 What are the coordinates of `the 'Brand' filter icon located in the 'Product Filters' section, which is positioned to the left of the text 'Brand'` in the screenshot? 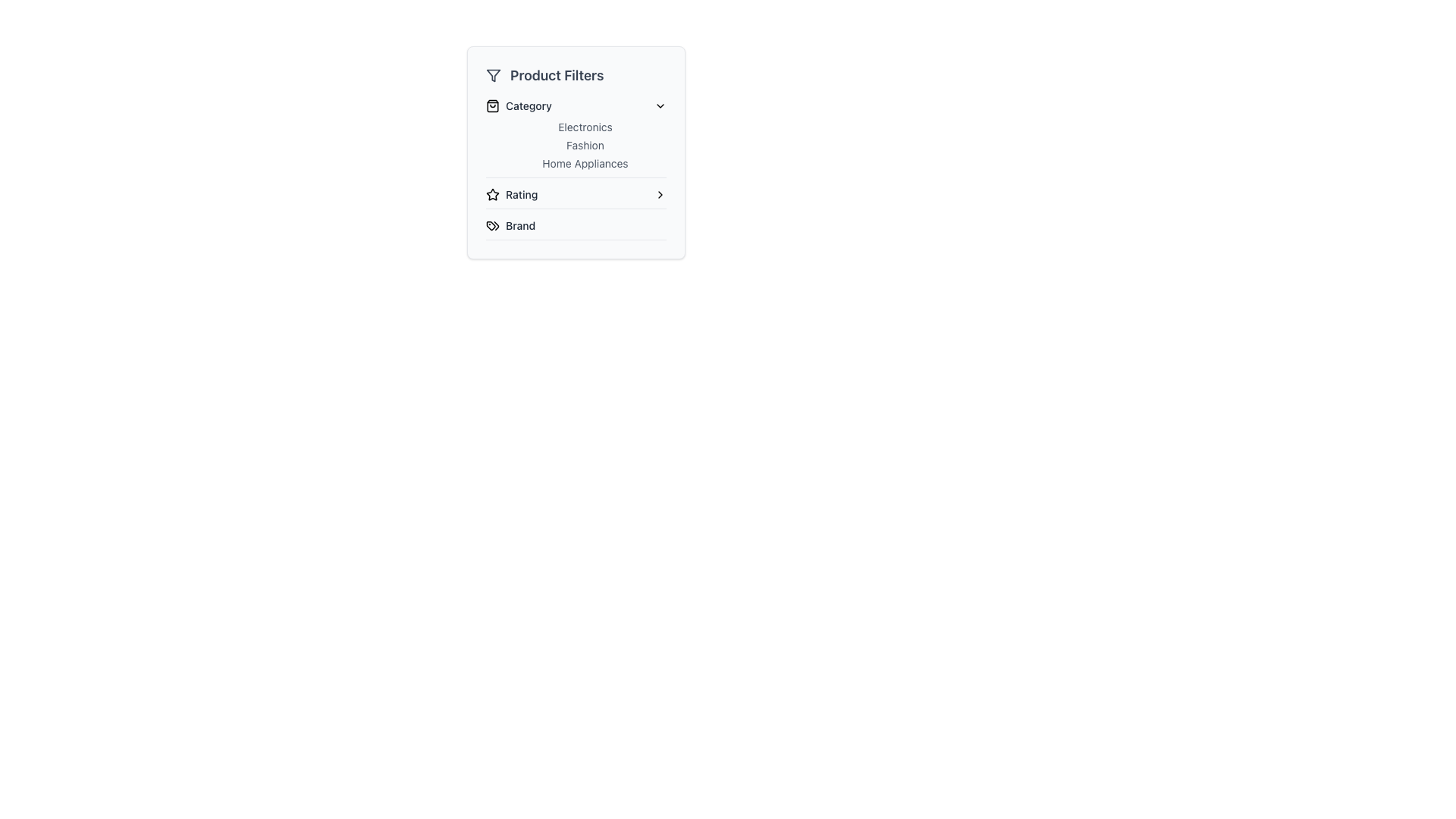 It's located at (492, 225).